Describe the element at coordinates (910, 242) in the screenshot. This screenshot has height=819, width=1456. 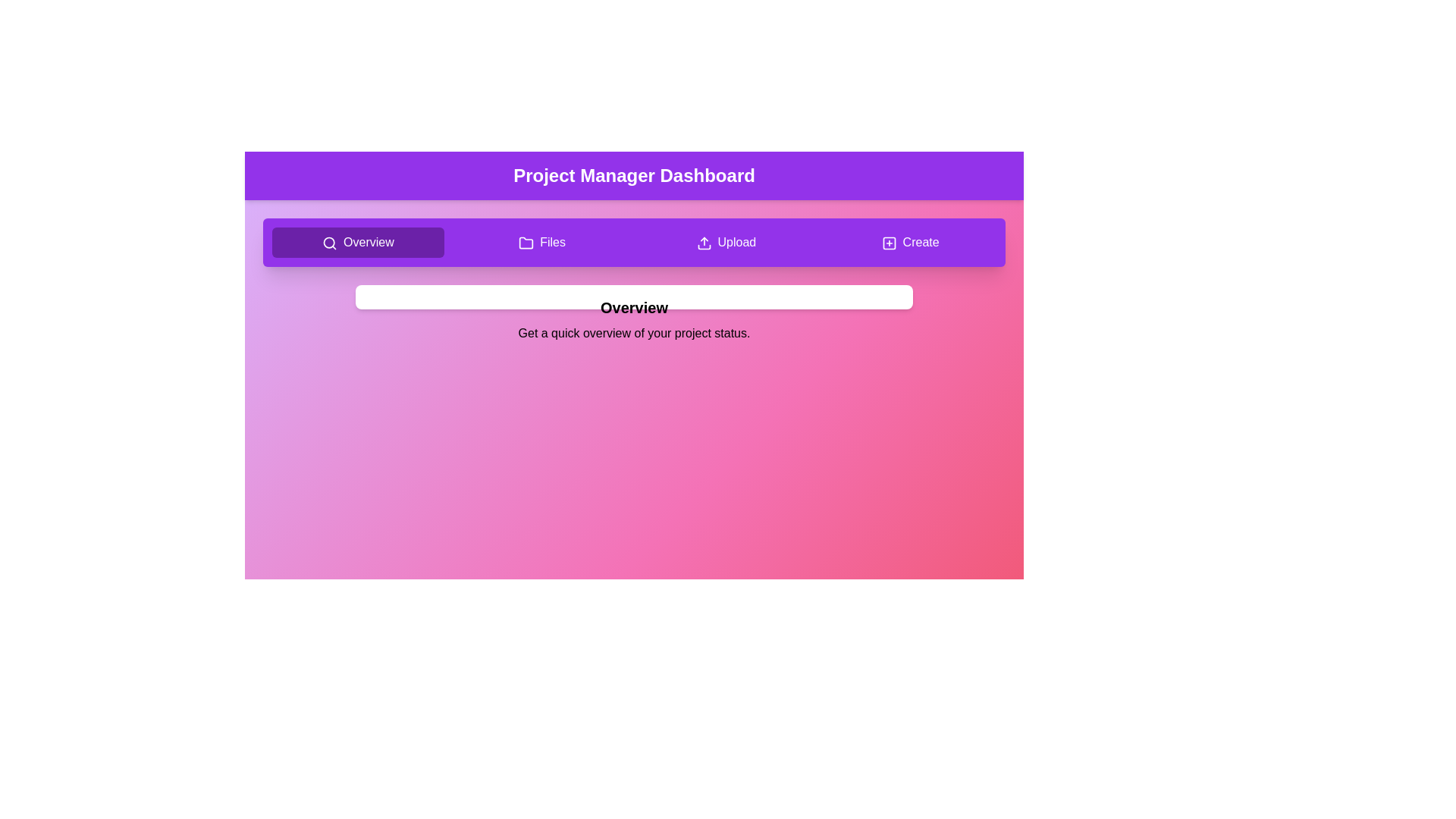
I see `the tab button corresponding to Create` at that location.